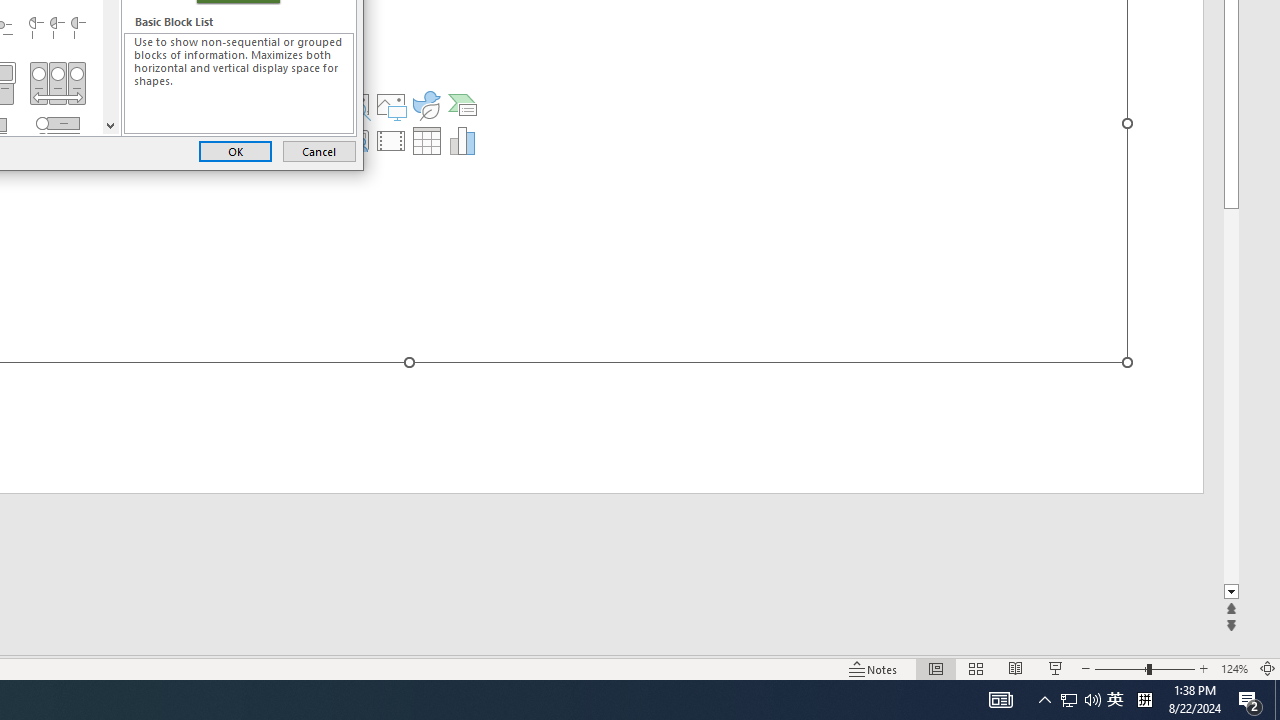  What do you see at coordinates (318, 150) in the screenshot?
I see `'Cancel'` at bounding box center [318, 150].